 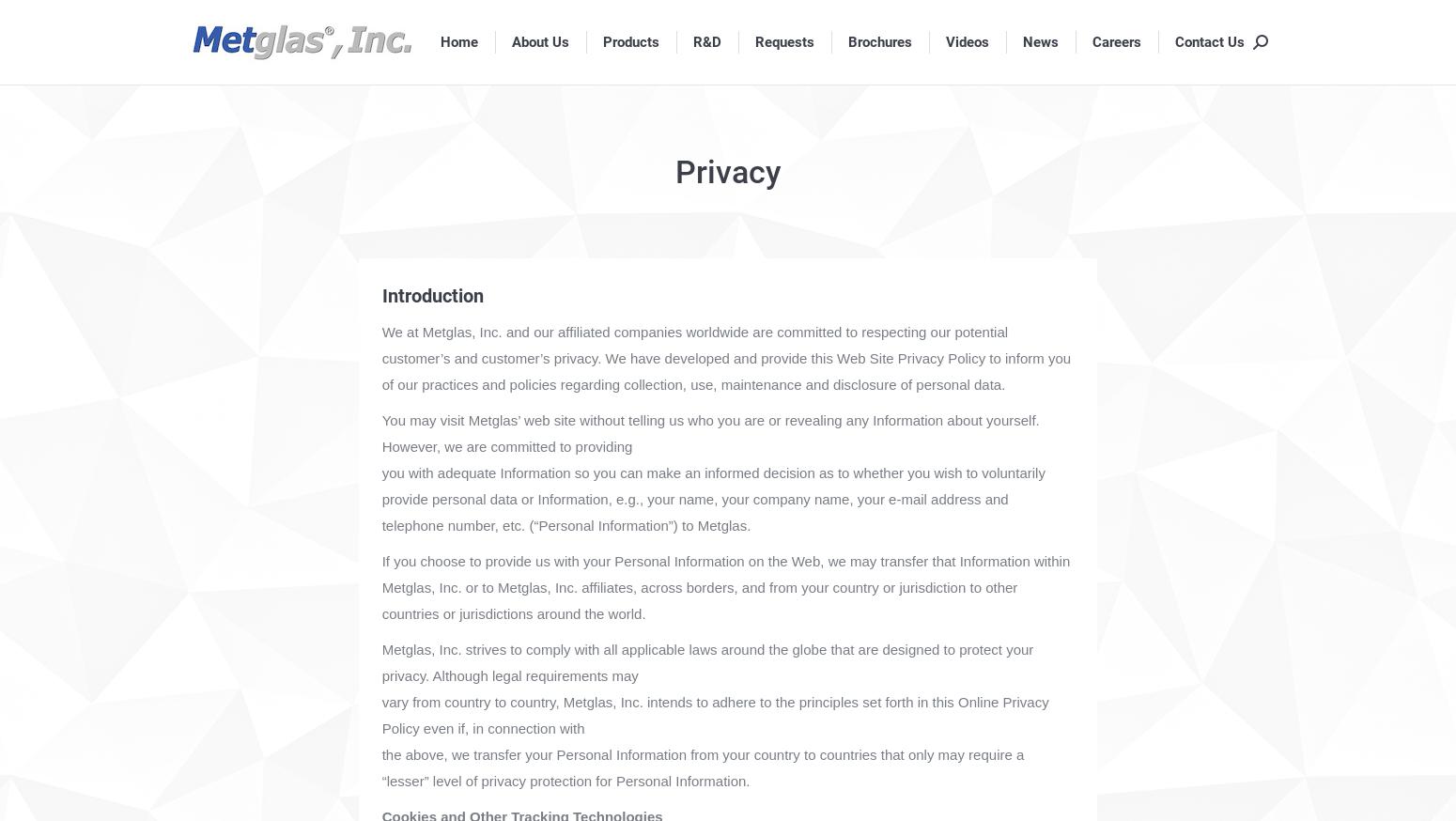 I want to click on 'Products', so click(x=629, y=39).